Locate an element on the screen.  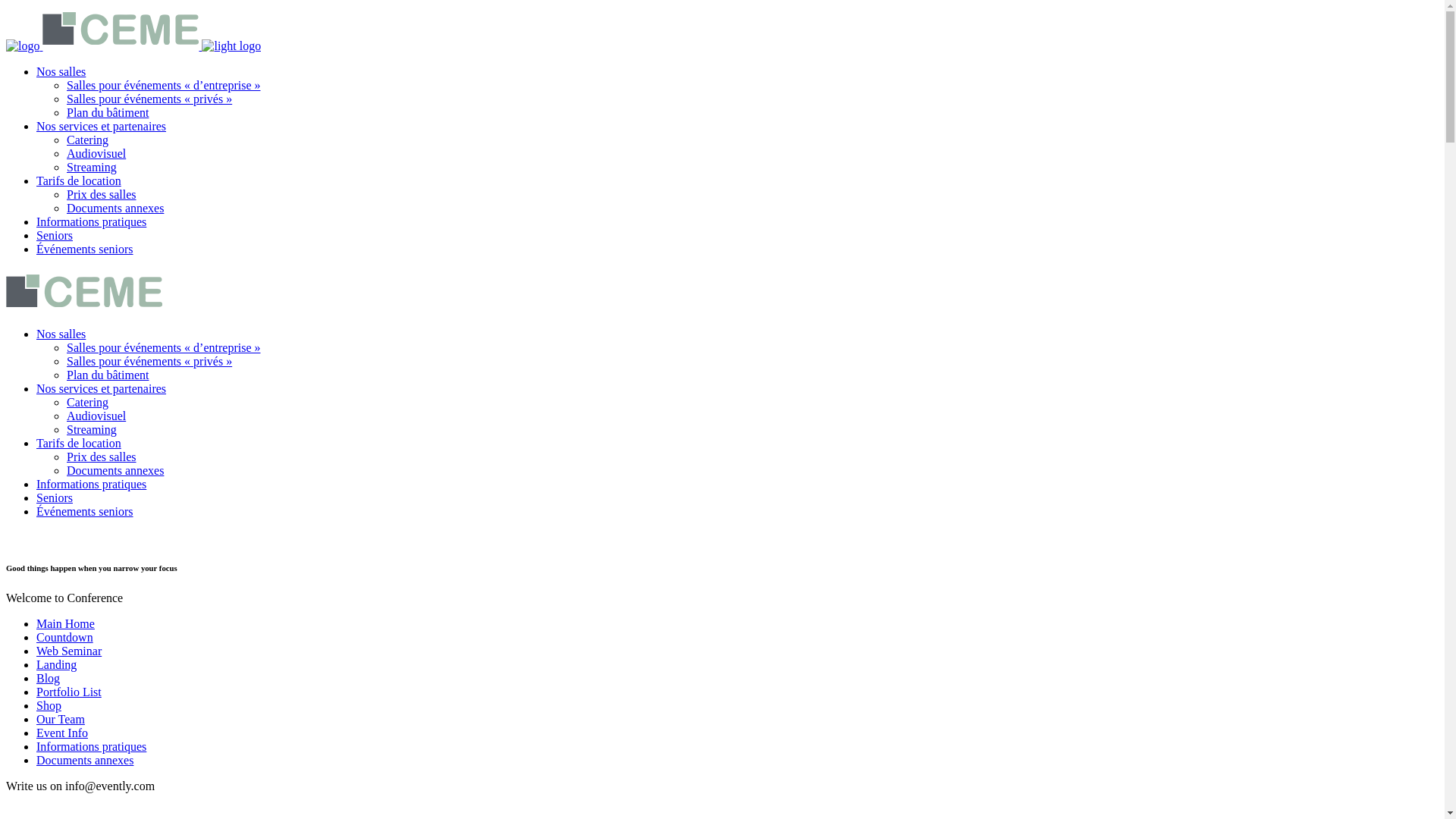
'Catering' is located at coordinates (86, 401).